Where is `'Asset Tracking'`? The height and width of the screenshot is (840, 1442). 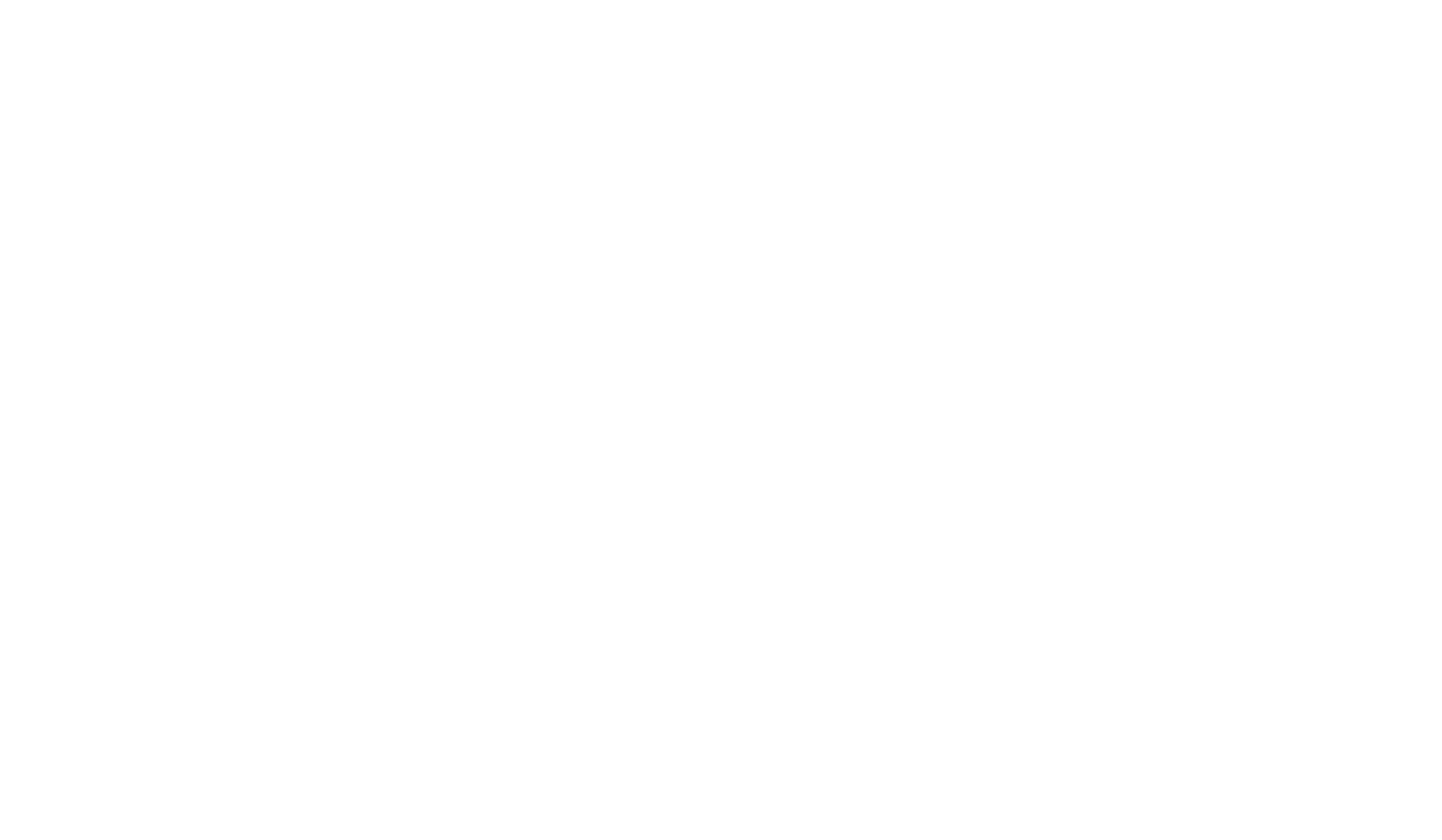 'Asset Tracking' is located at coordinates (398, 159).